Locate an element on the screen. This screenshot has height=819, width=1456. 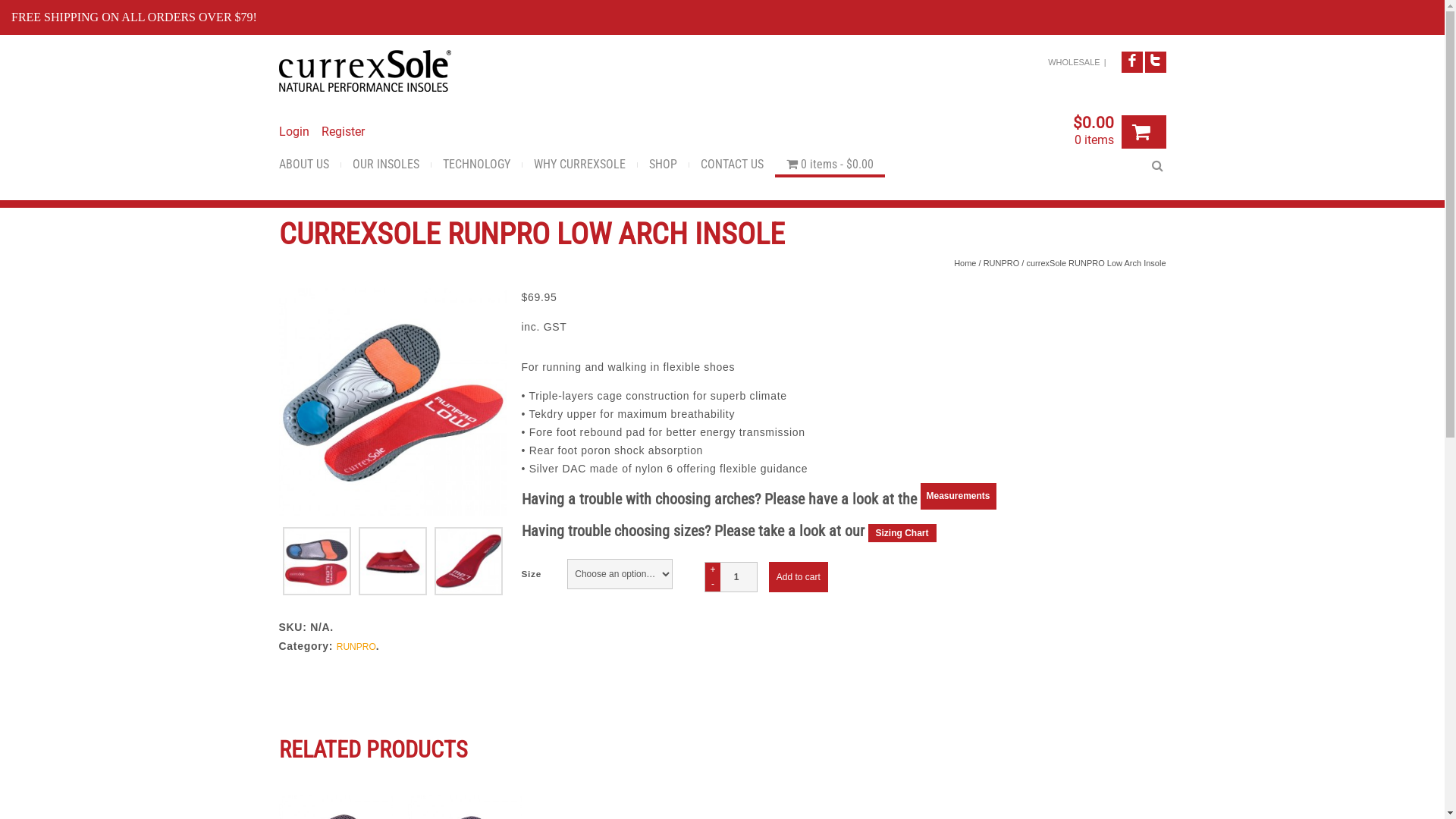
'WHOLESALE' is located at coordinates (1047, 61).